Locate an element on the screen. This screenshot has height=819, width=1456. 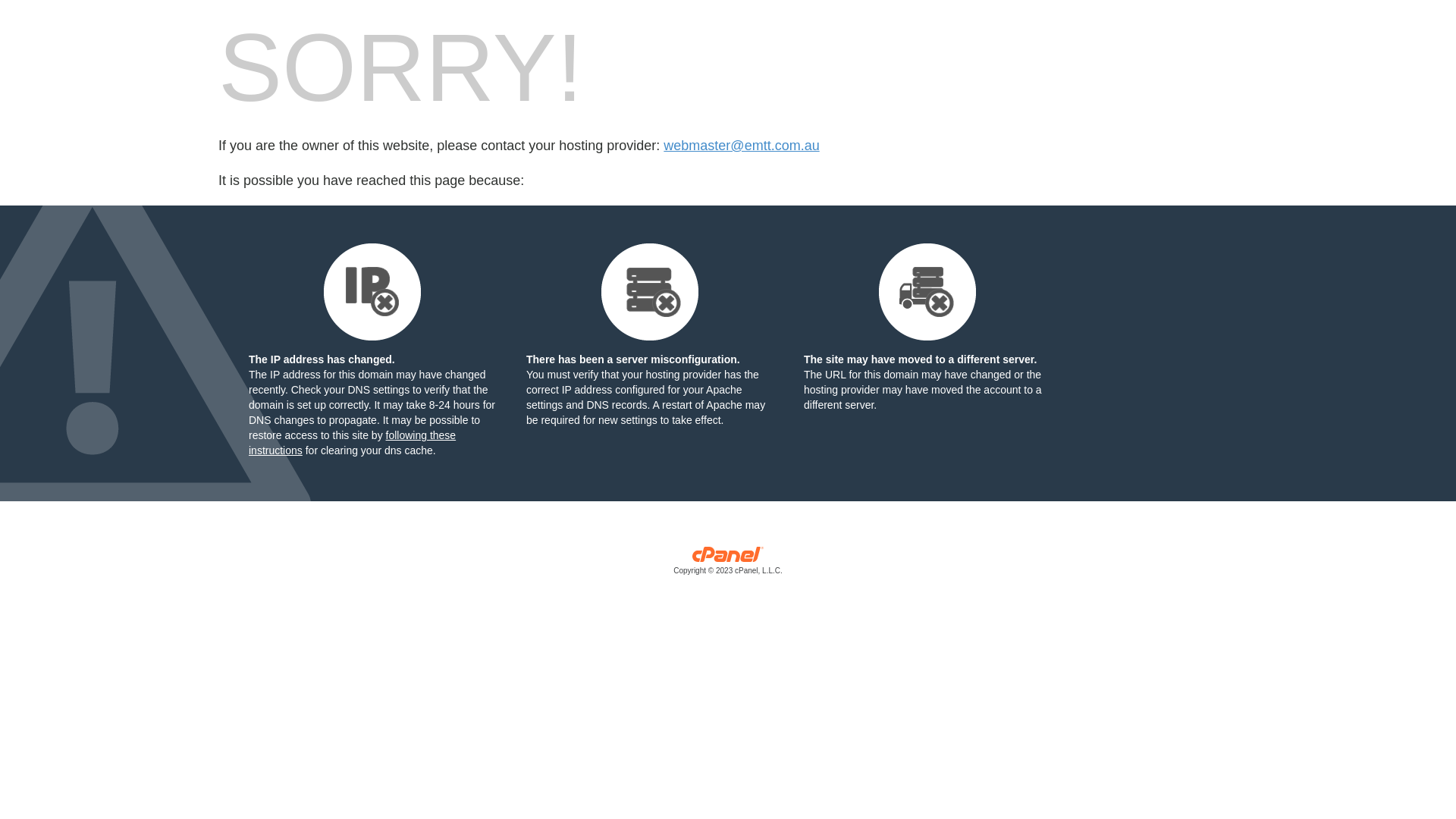
'following these instructions' is located at coordinates (351, 442).